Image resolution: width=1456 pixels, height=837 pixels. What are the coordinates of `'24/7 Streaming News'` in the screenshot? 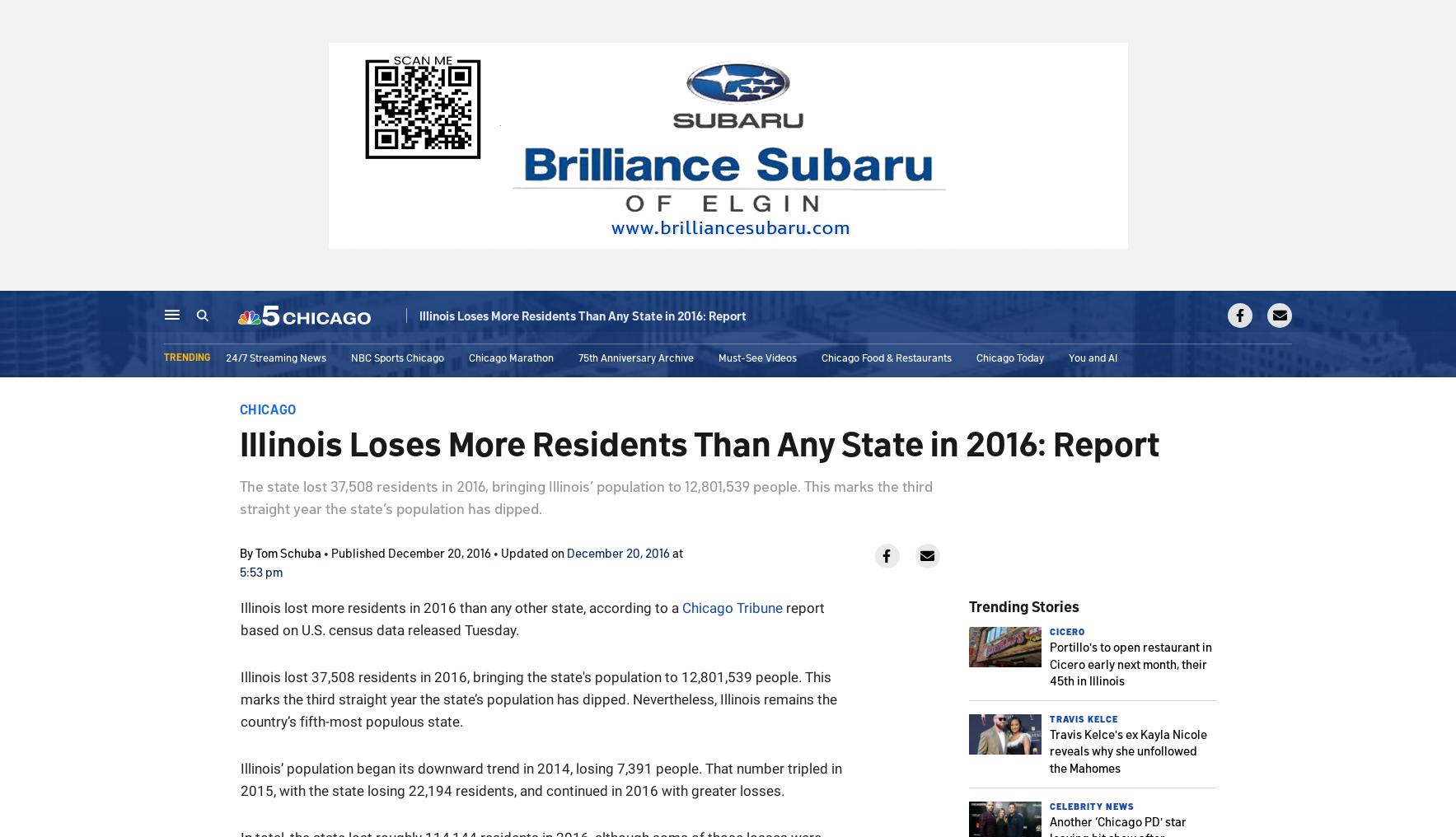 It's located at (276, 359).